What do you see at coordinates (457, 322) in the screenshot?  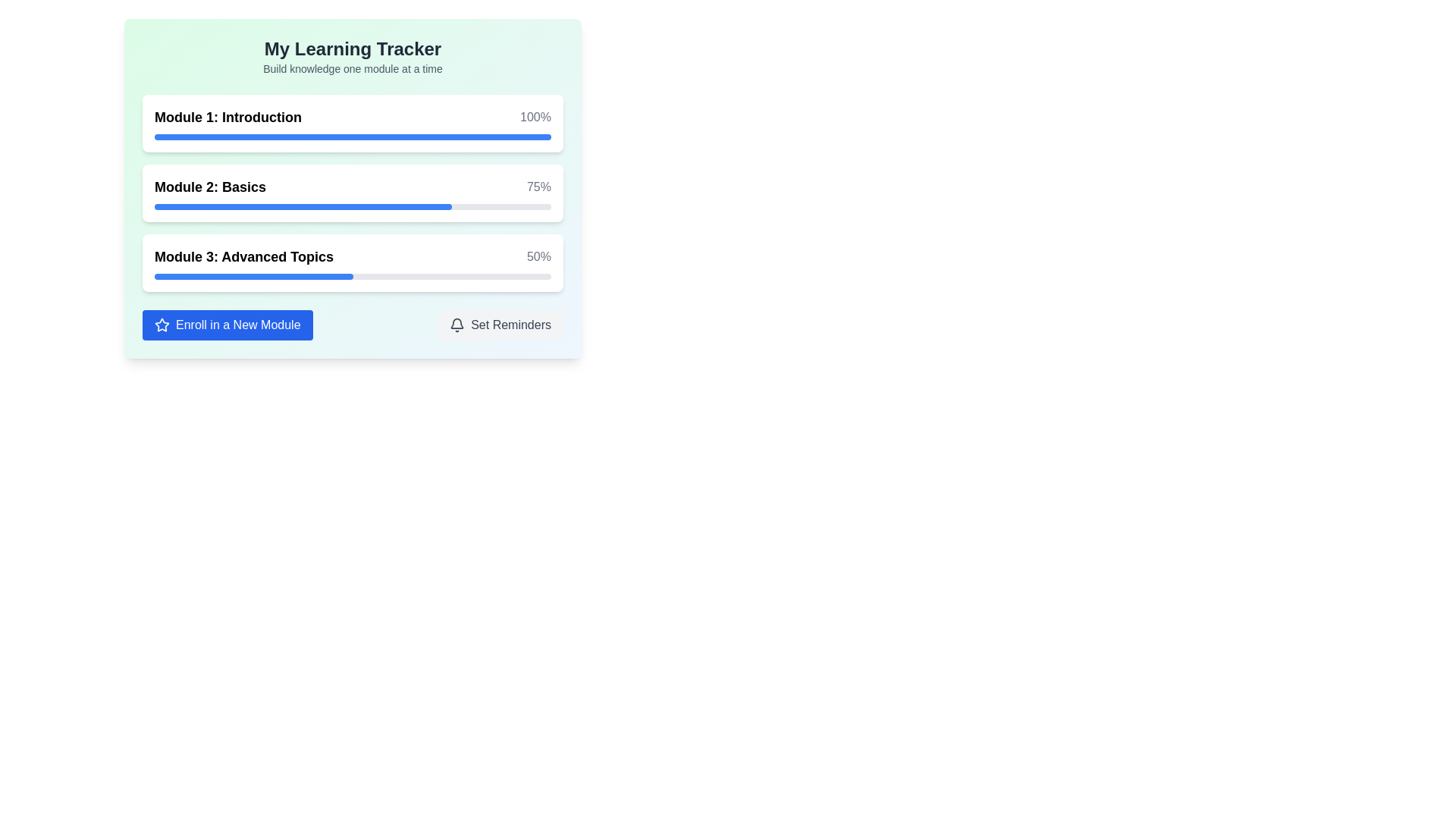 I see `the arc segment of the bell icon, which is part of its outlined shape and located at the bottom-left of the UI` at bounding box center [457, 322].